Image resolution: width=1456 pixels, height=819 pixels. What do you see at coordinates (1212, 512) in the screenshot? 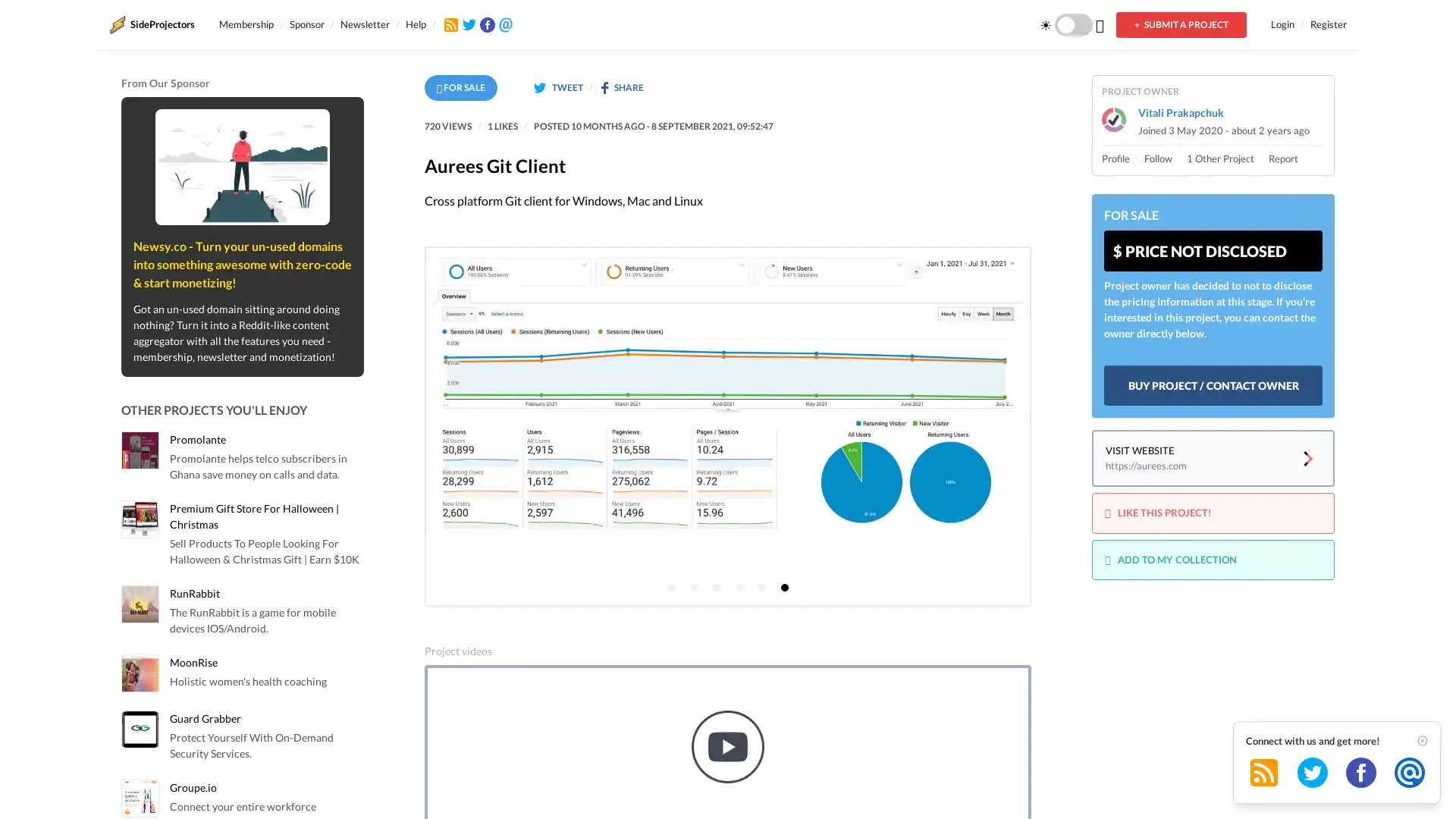
I see `LIKE THIS PROJECT!` at bounding box center [1212, 512].